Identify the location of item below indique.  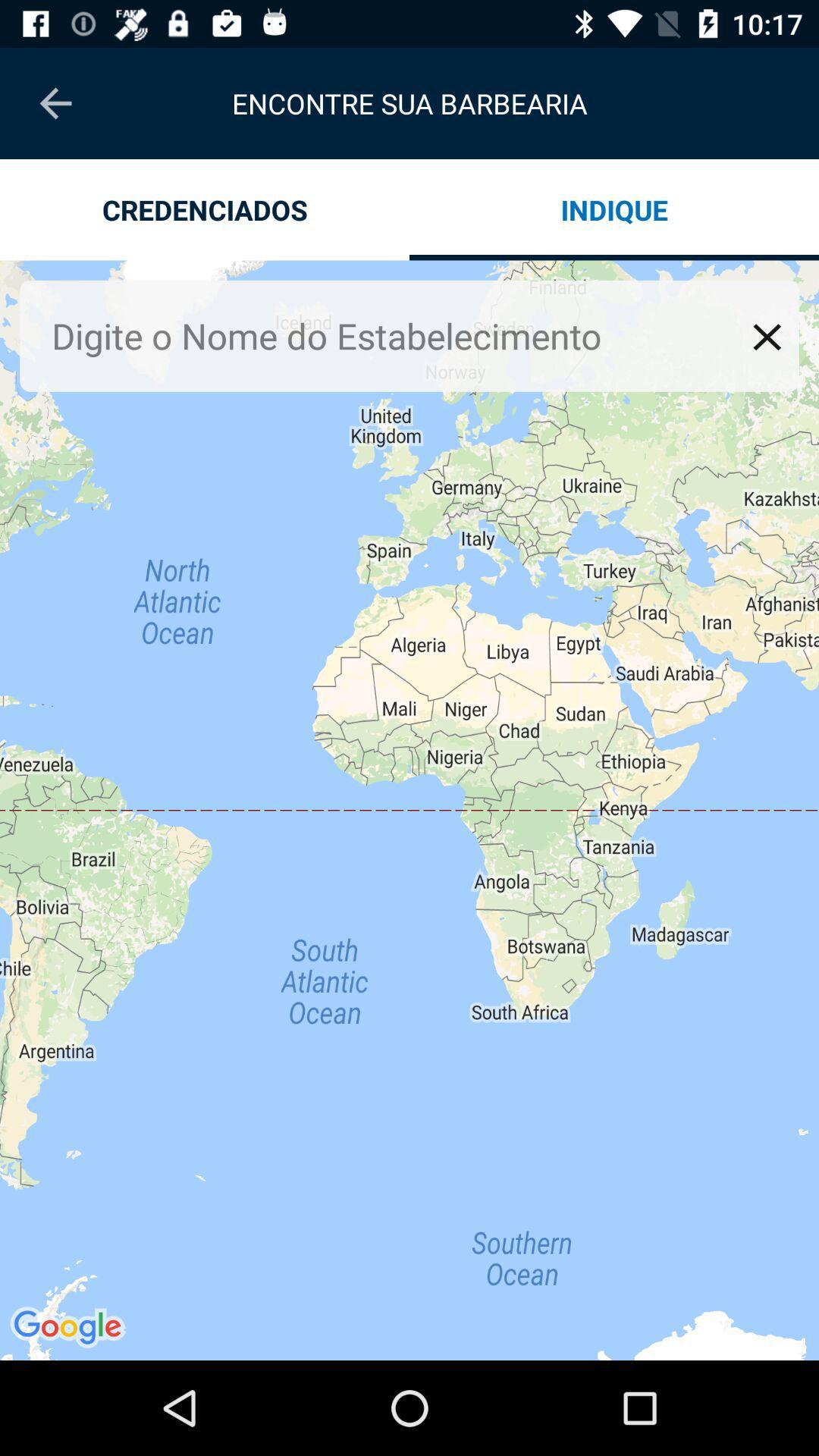
(767, 336).